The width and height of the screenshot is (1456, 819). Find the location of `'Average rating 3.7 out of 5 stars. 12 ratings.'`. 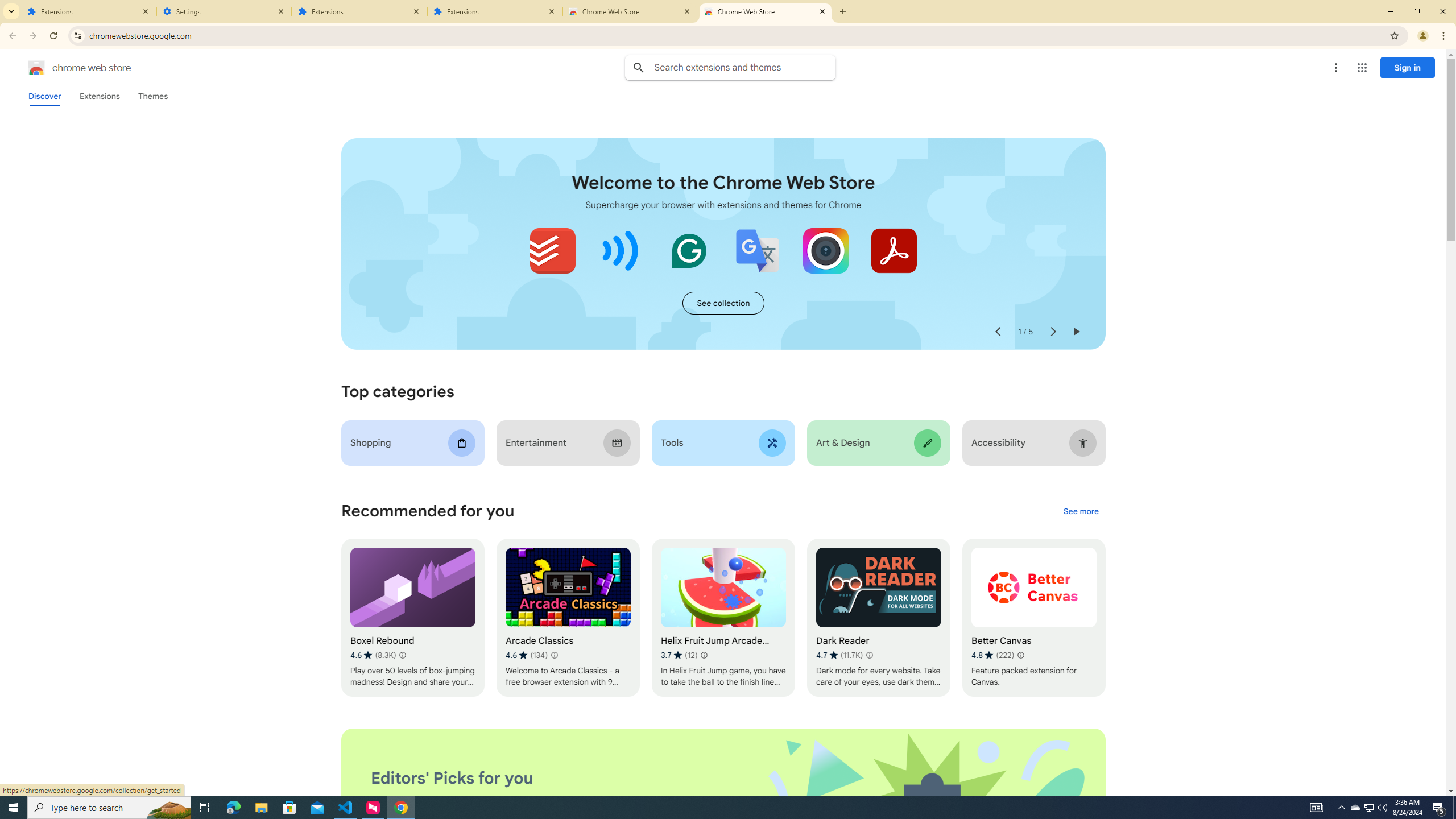

'Average rating 3.7 out of 5 stars. 12 ratings.' is located at coordinates (679, 655).